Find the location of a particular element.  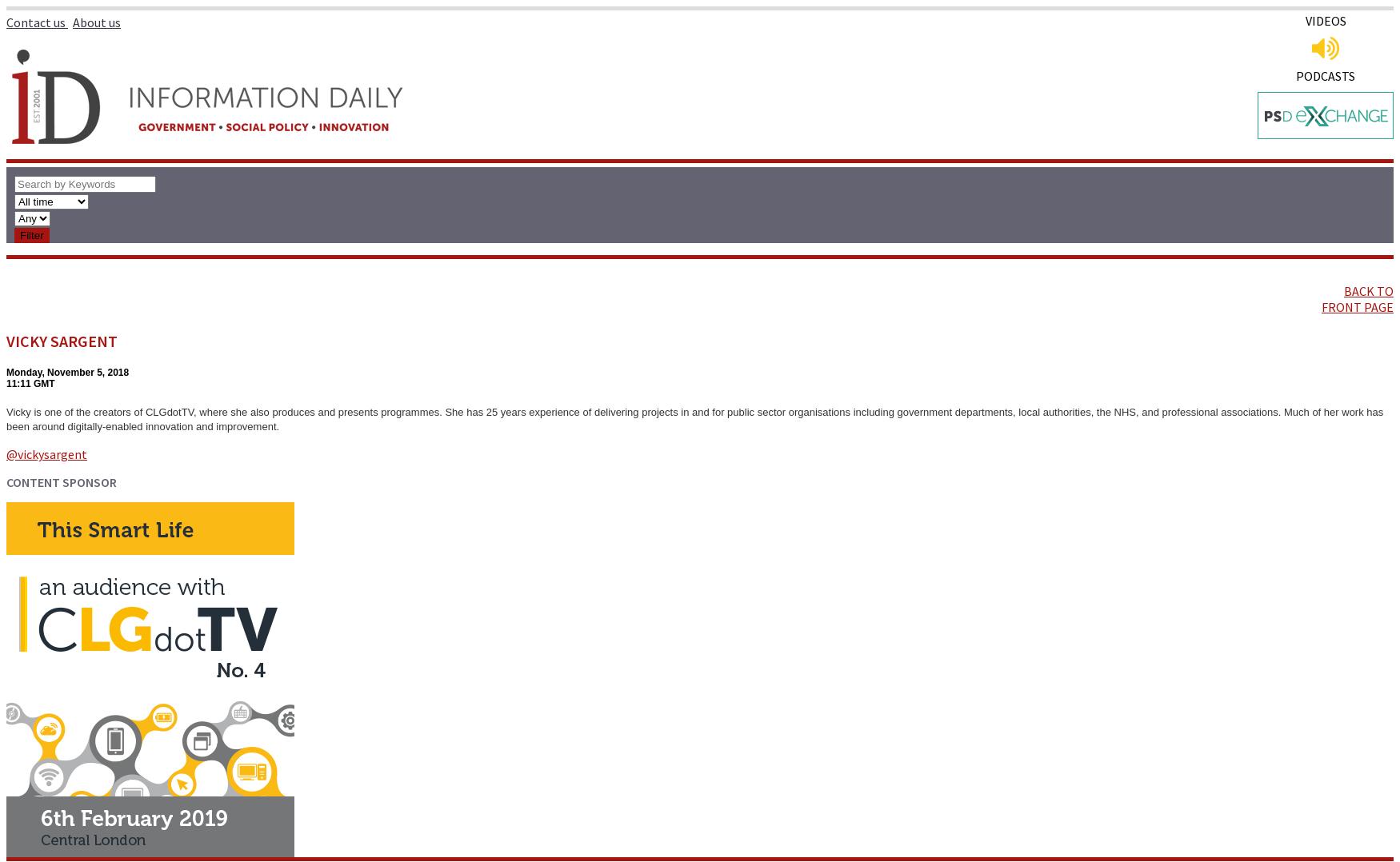

'Monday, November 5, 2018' is located at coordinates (67, 372).